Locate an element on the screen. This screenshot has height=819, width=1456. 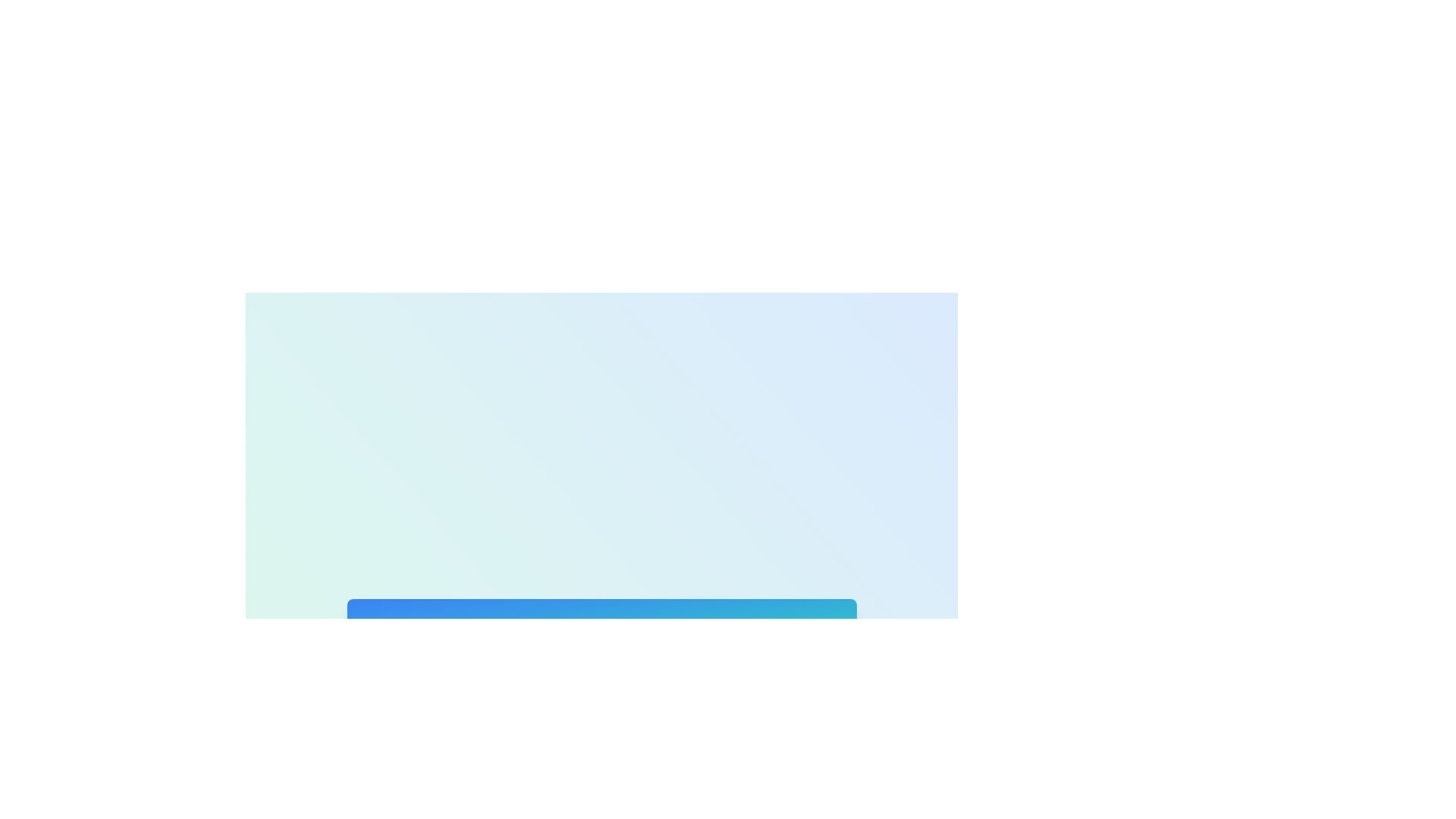
the 'Overview' segment of the Segmented Control to observe the hover effect is located at coordinates (415, 701).